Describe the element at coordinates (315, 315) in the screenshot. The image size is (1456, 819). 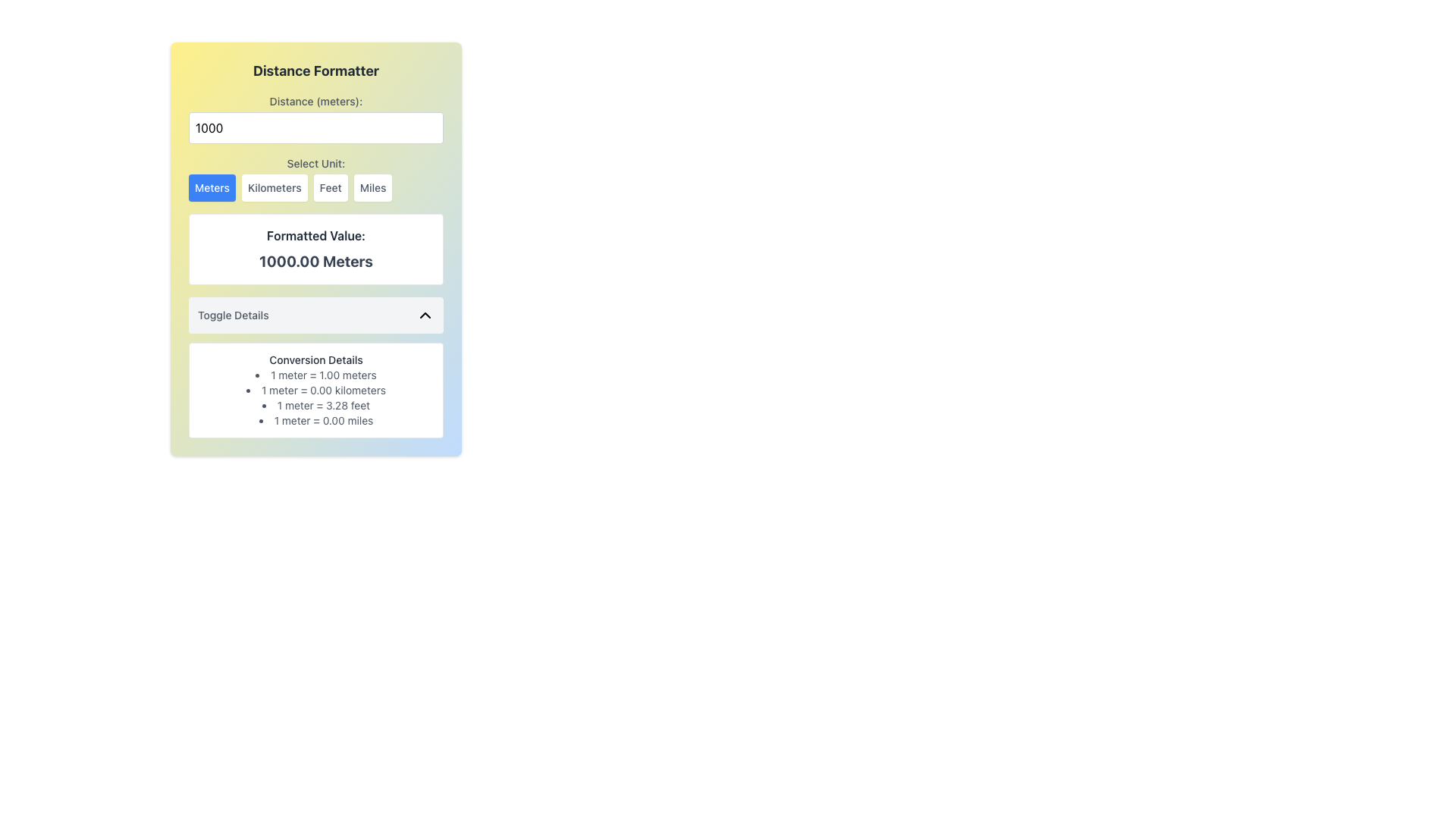
I see `the toggle button that shows or hides the 'Conversion Details' section located between the 'Formatted Value' section and the expandable content` at that location.